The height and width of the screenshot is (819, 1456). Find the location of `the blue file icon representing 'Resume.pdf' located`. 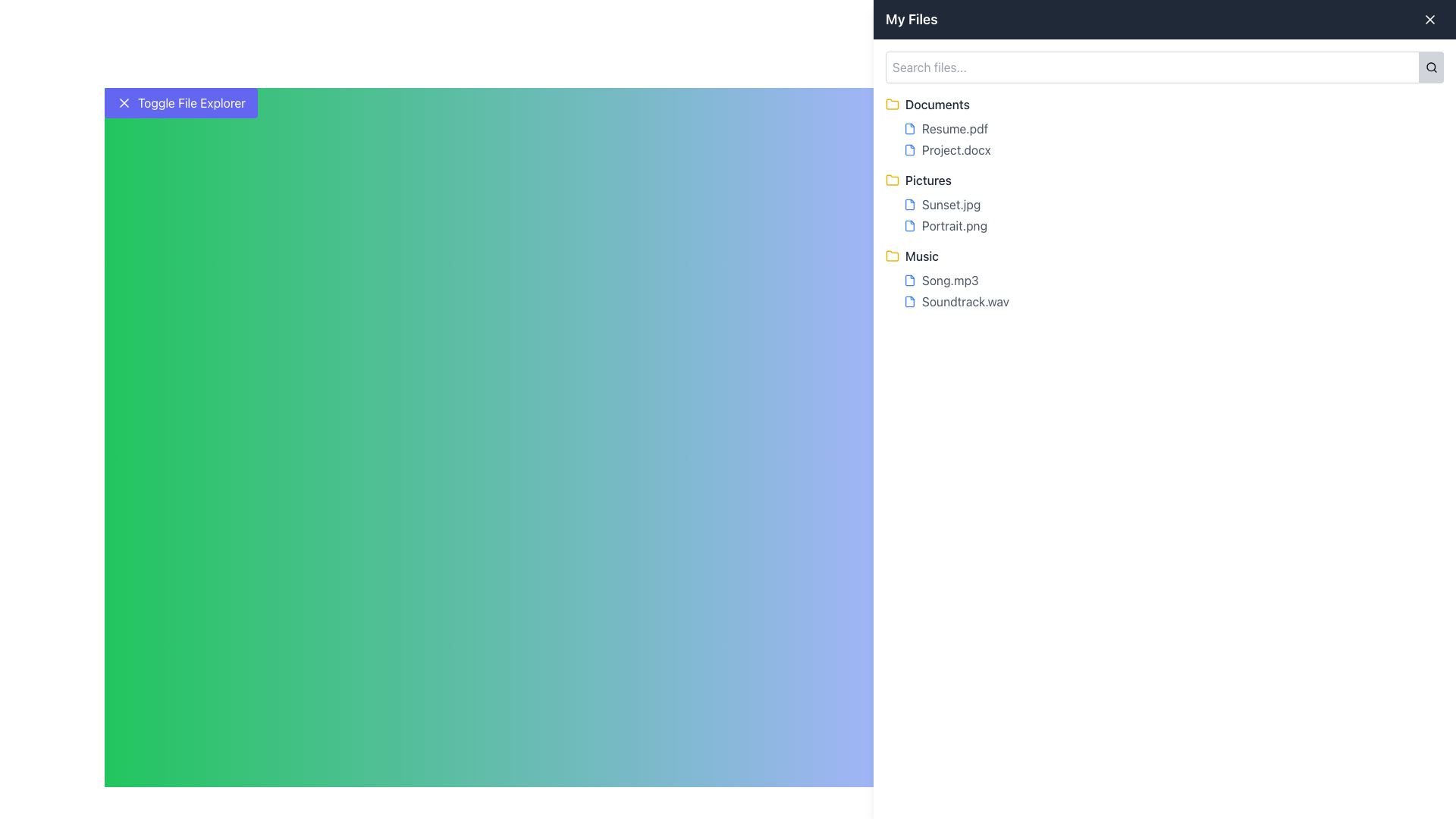

the blue file icon representing 'Resume.pdf' located is located at coordinates (910, 127).